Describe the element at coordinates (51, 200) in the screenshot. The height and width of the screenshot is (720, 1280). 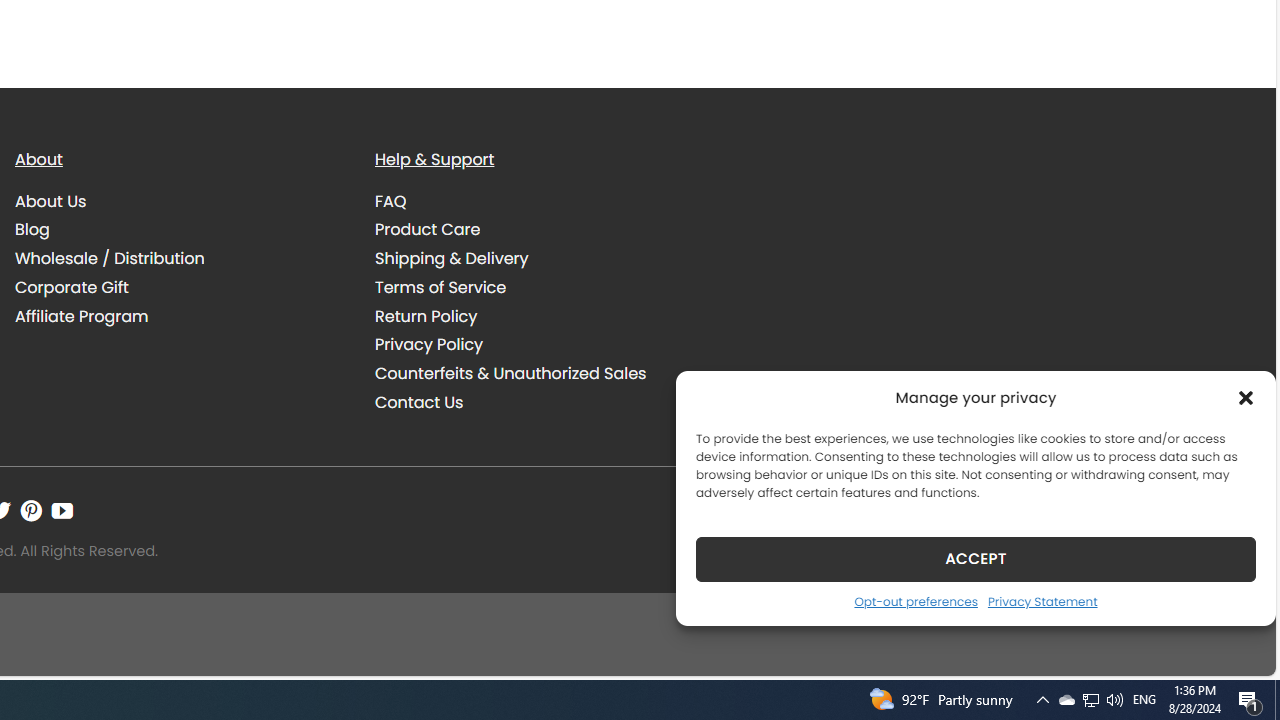
I see `'About Us'` at that location.